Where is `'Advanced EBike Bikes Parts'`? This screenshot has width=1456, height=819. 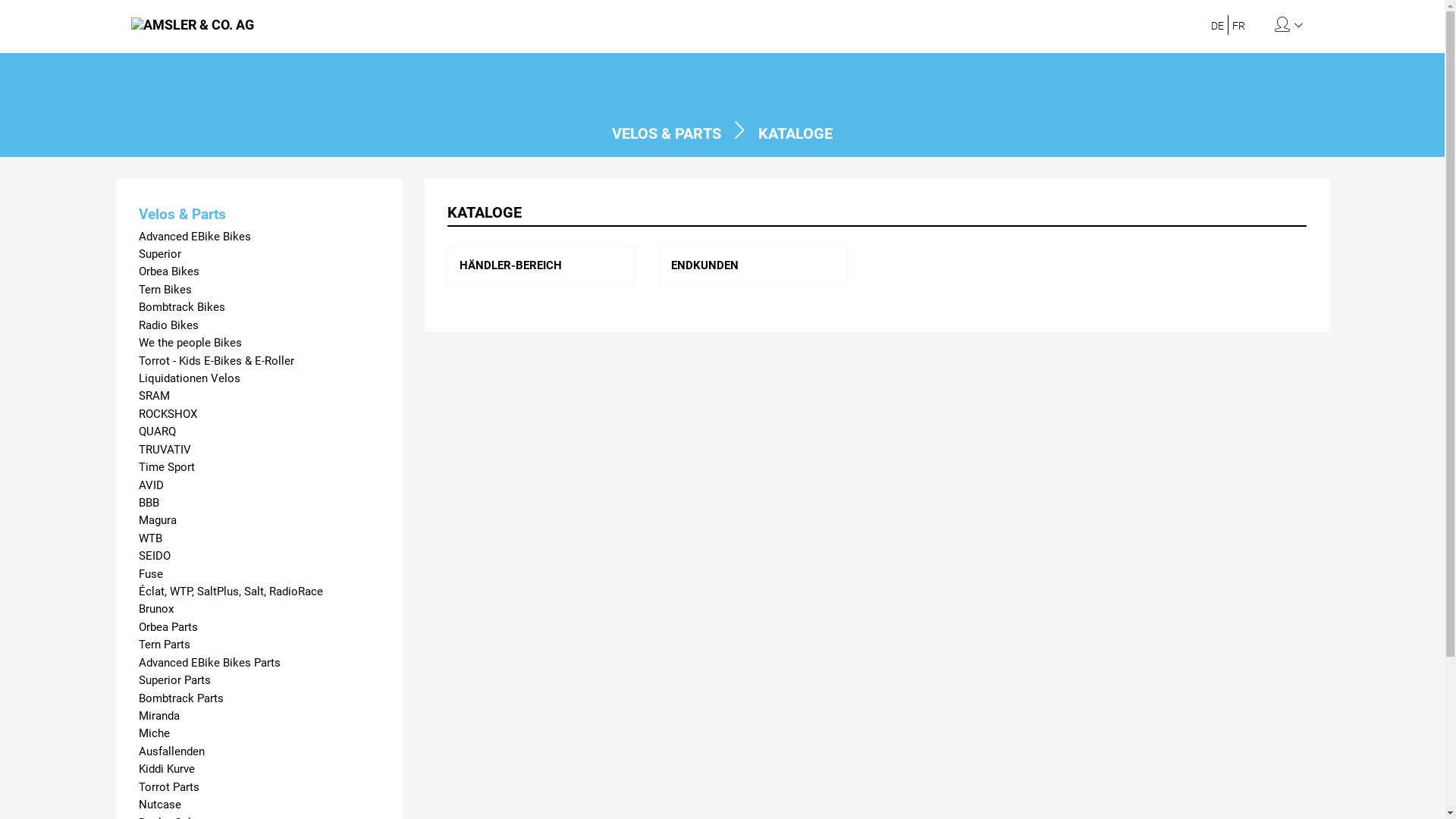
'Advanced EBike Bikes Parts' is located at coordinates (258, 662).